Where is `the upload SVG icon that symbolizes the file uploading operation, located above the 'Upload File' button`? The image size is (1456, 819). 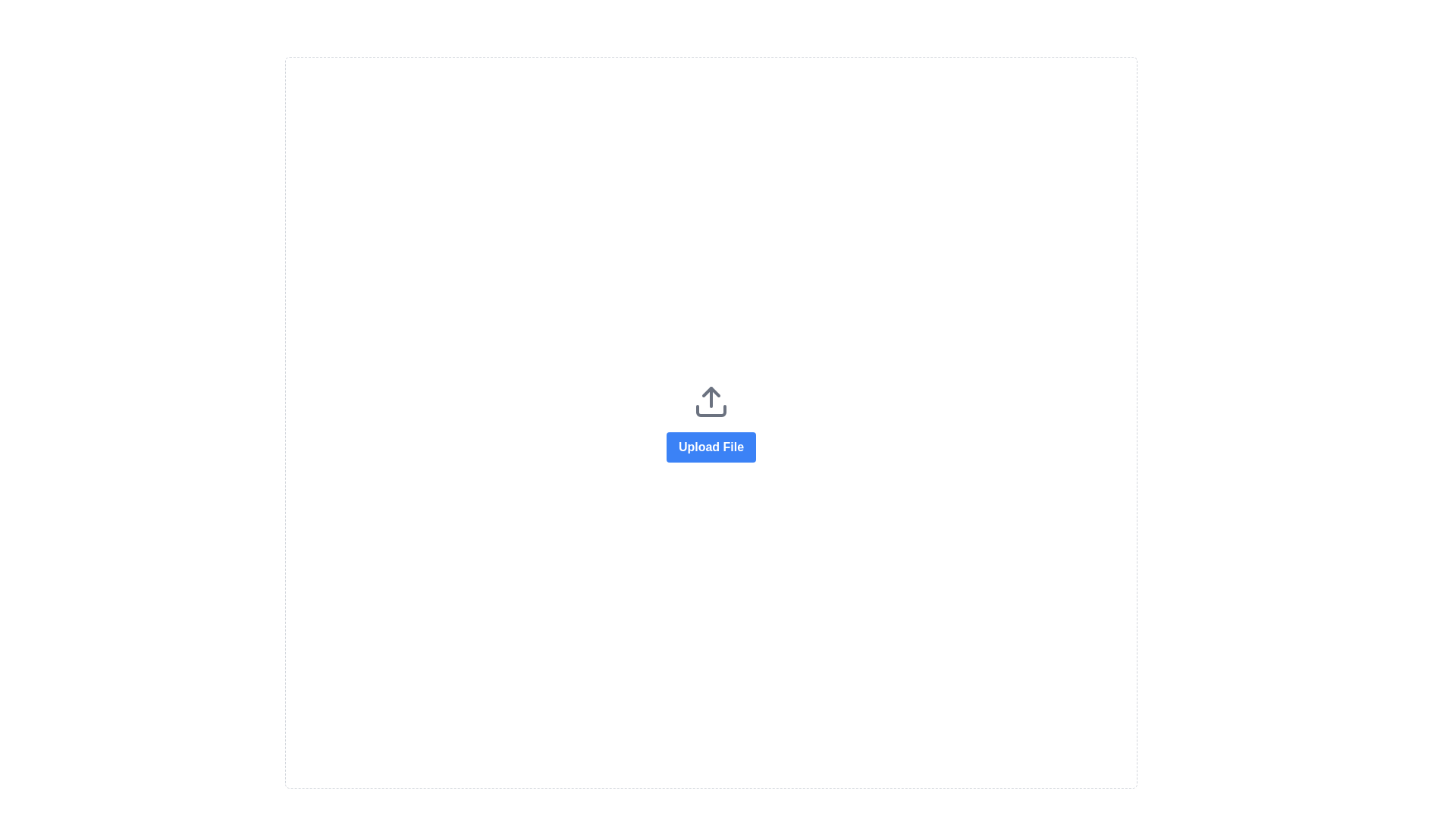
the upload SVG icon that symbolizes the file uploading operation, located above the 'Upload File' button is located at coordinates (710, 400).